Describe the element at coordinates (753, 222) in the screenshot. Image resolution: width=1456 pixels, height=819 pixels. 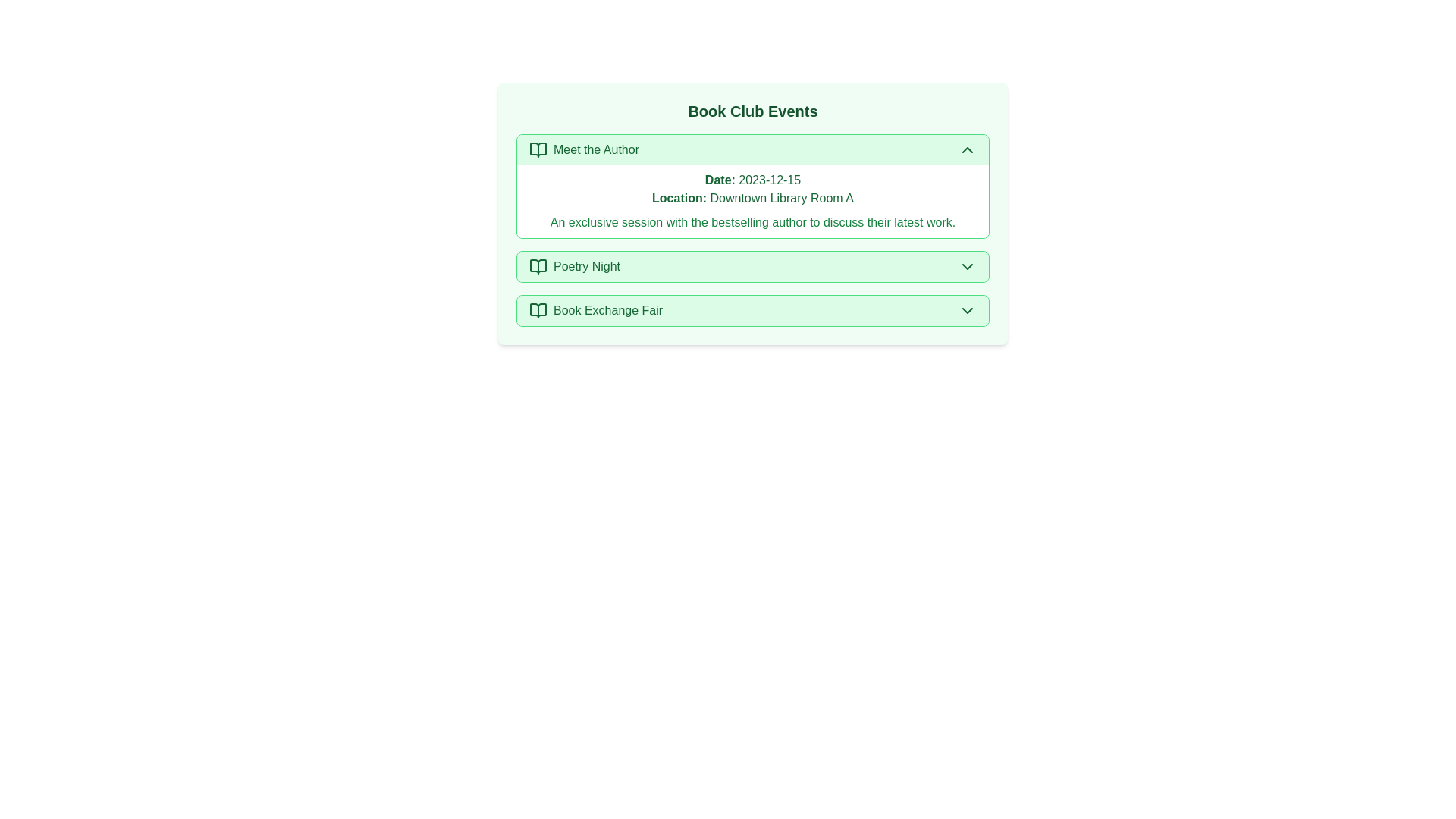
I see `the text segment reading 'An exclusive session with the bestselling author to discuss their latest work.', styled in green, which serves as a descriptive footer under the event details` at that location.